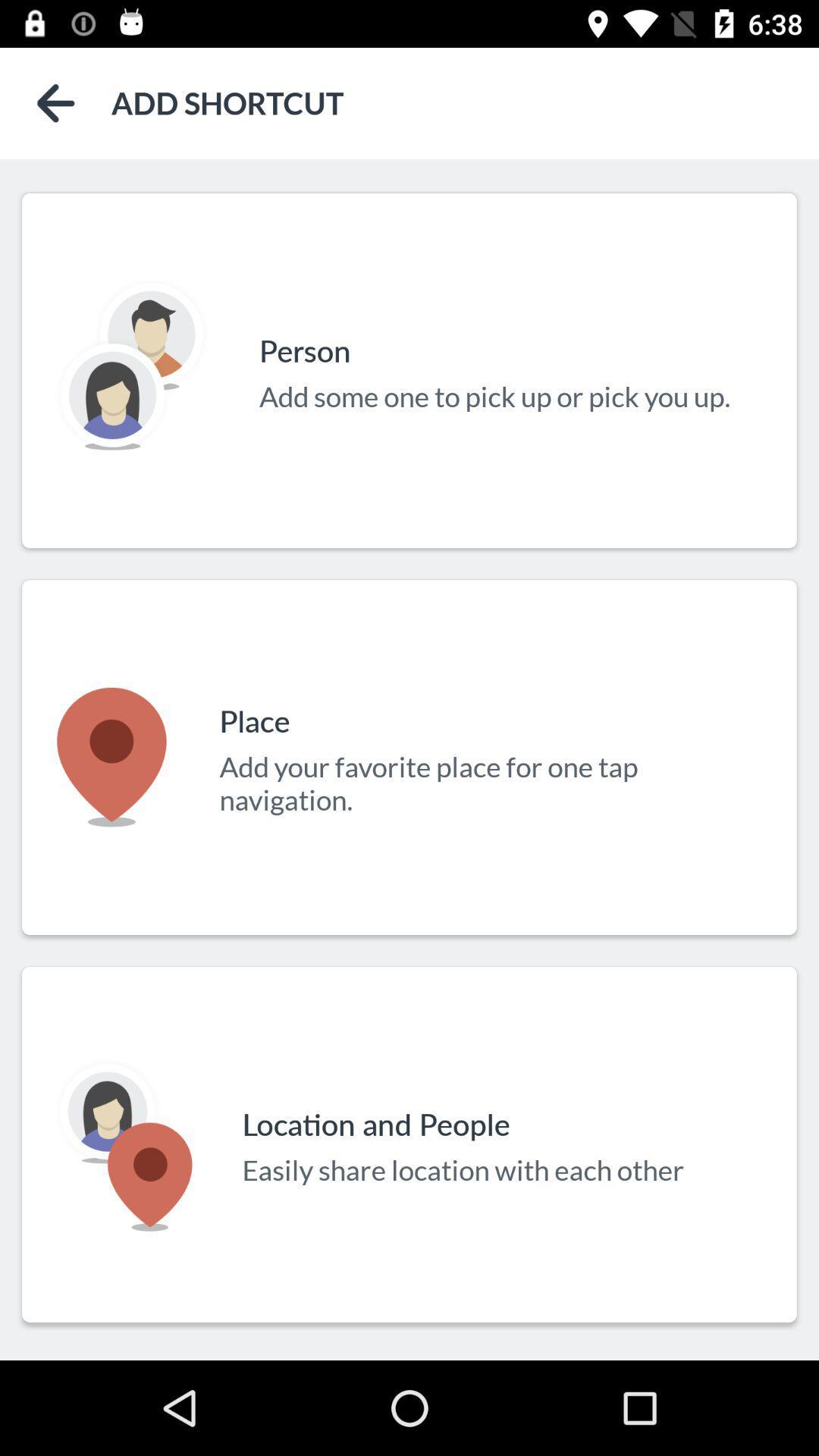  I want to click on the arrow_backward icon, so click(55, 102).